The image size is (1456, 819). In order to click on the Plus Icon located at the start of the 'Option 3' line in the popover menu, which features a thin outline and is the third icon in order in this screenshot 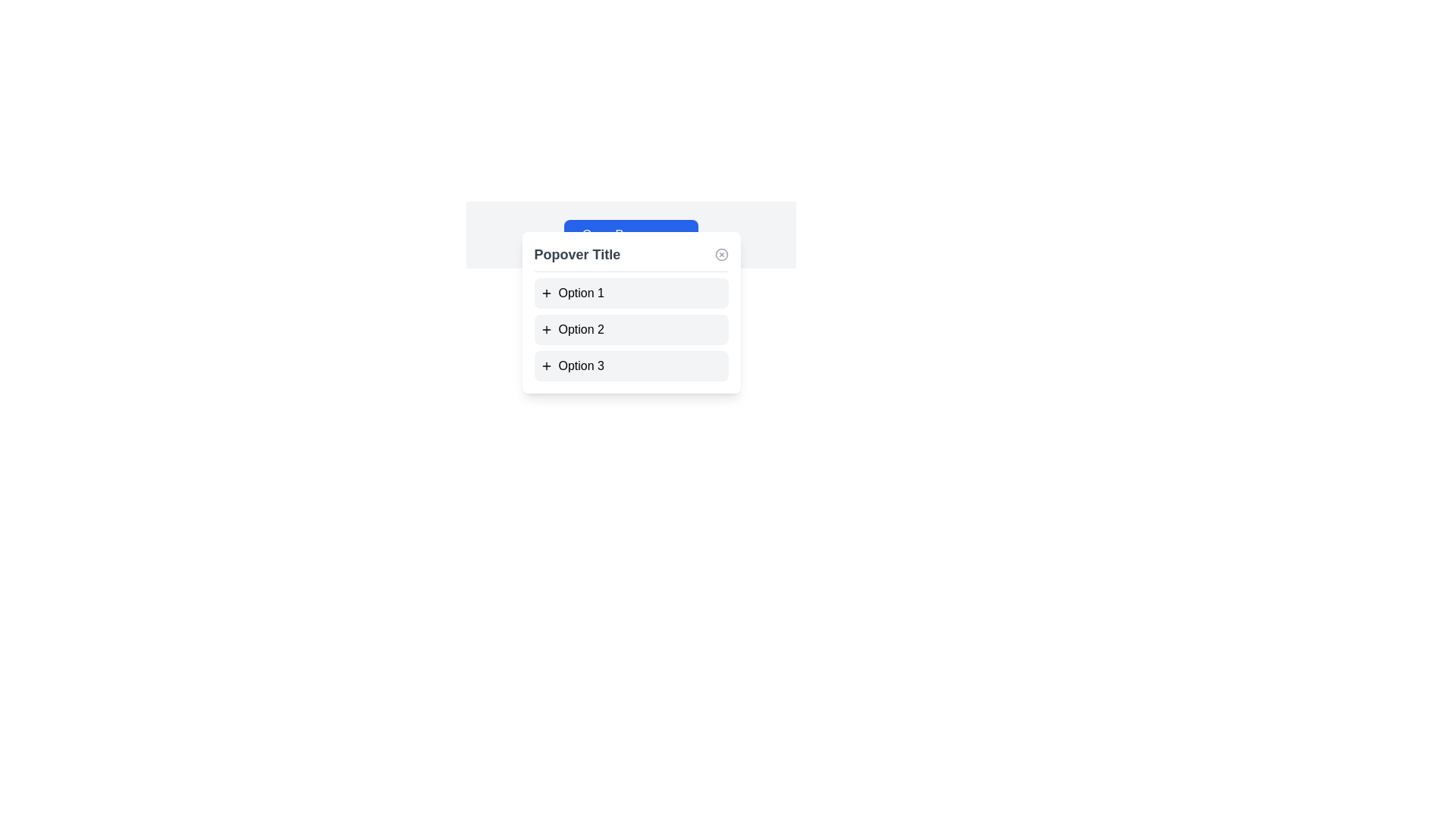, I will do `click(546, 366)`.